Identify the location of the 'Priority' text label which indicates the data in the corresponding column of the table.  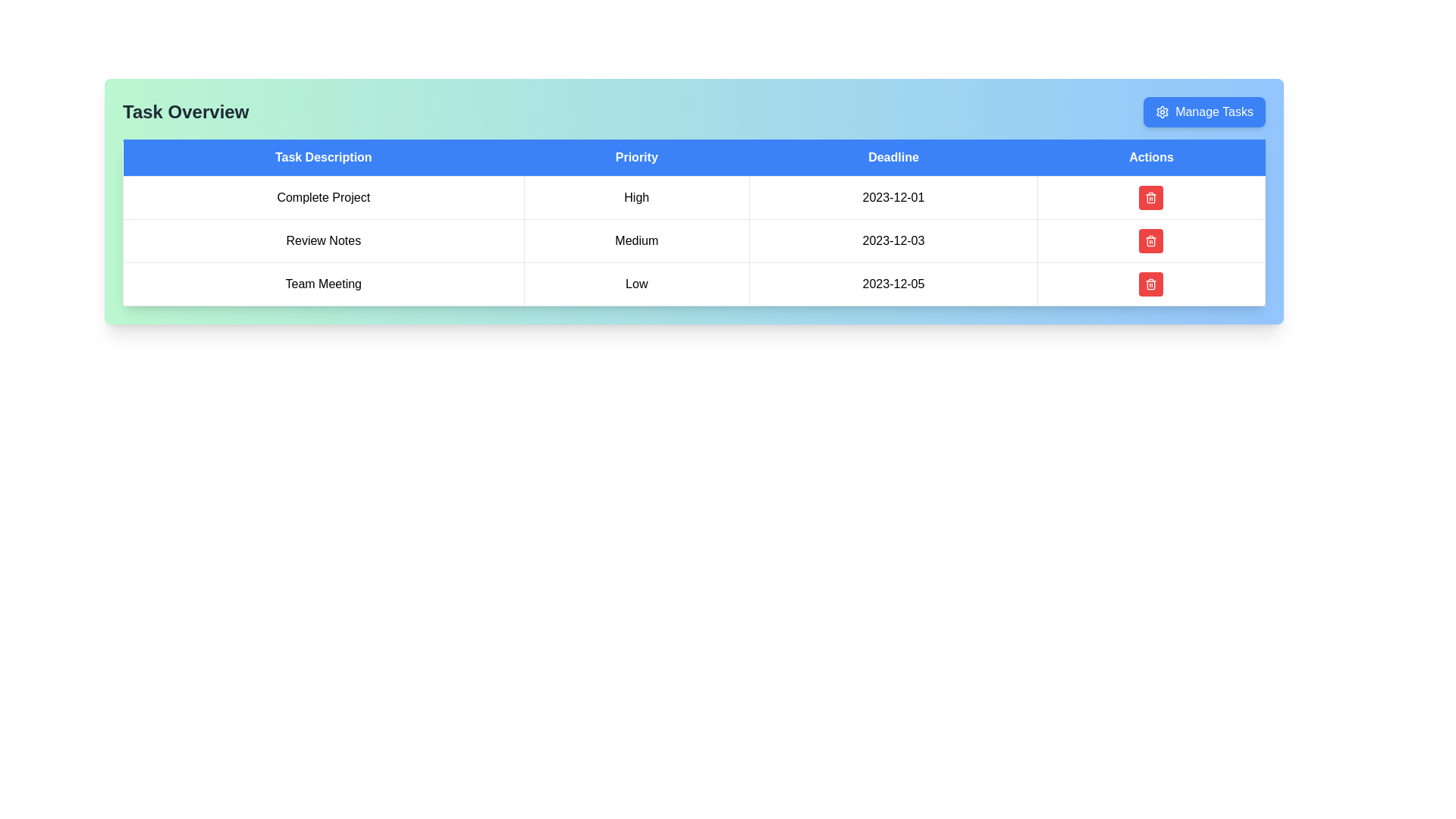
(636, 158).